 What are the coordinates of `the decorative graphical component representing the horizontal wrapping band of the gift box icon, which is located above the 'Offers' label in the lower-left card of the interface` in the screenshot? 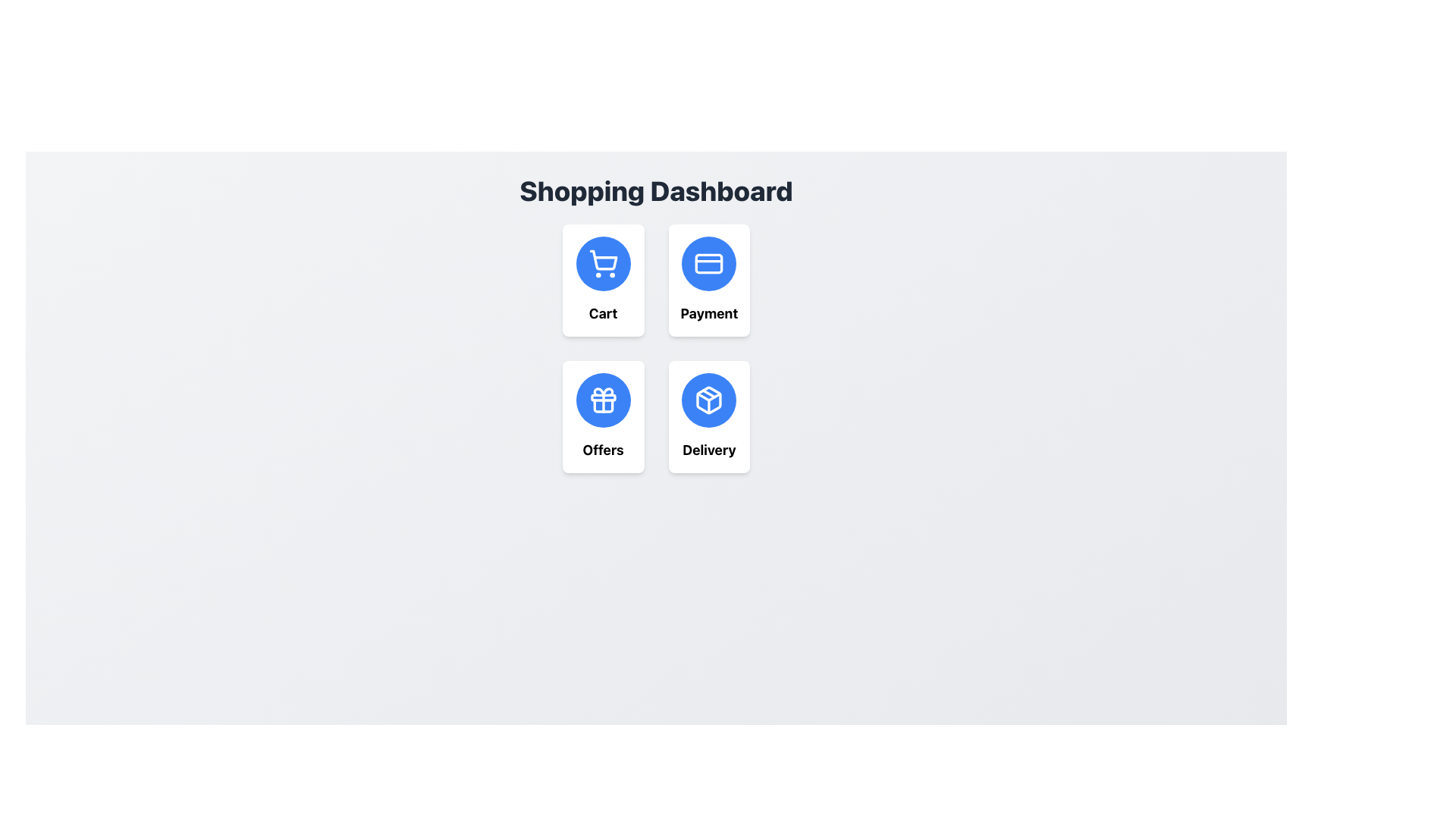 It's located at (602, 397).